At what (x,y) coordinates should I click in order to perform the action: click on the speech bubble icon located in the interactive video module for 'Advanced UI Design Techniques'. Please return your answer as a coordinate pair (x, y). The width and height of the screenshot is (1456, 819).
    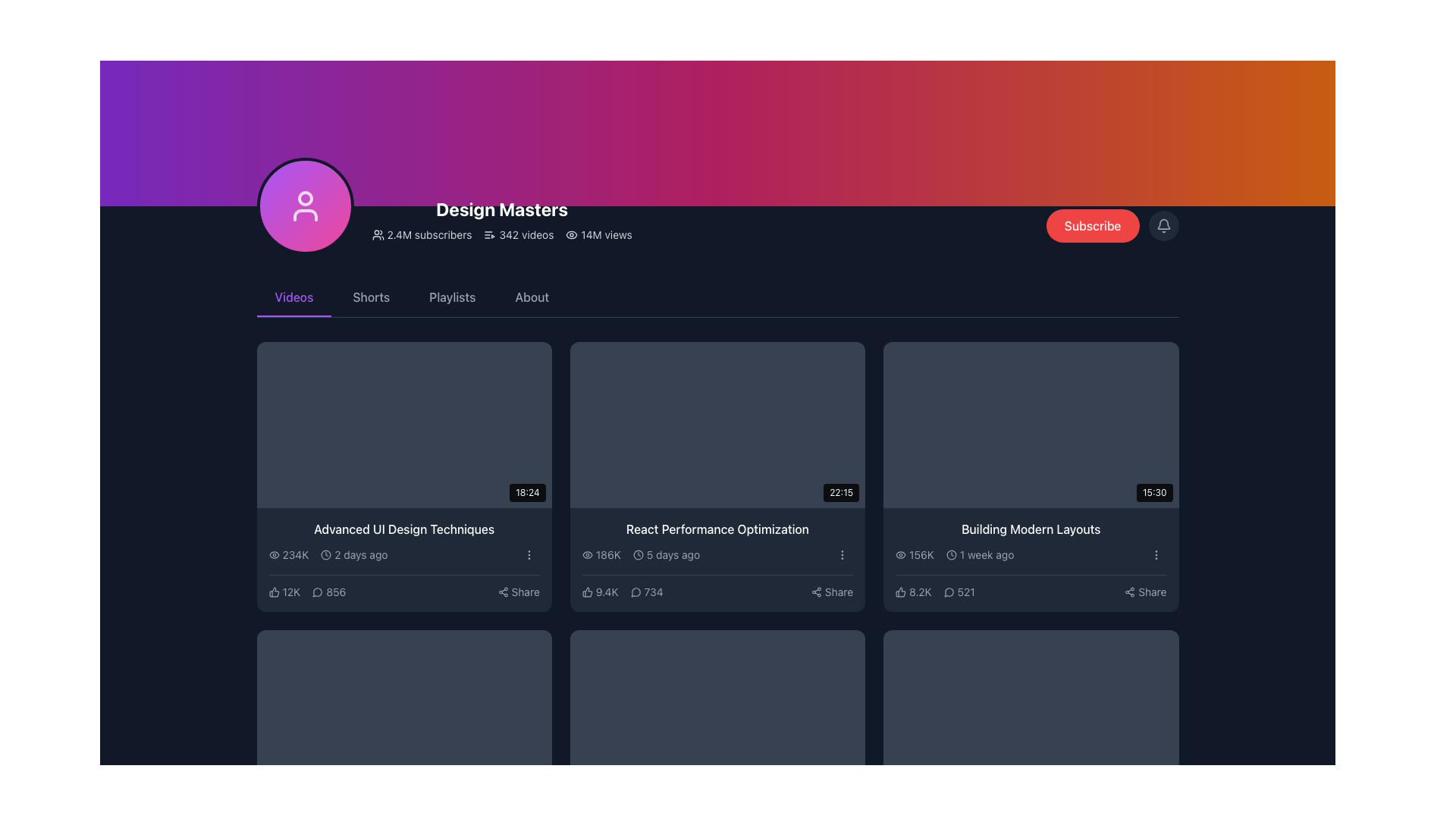
    Looking at the image, I should click on (316, 591).